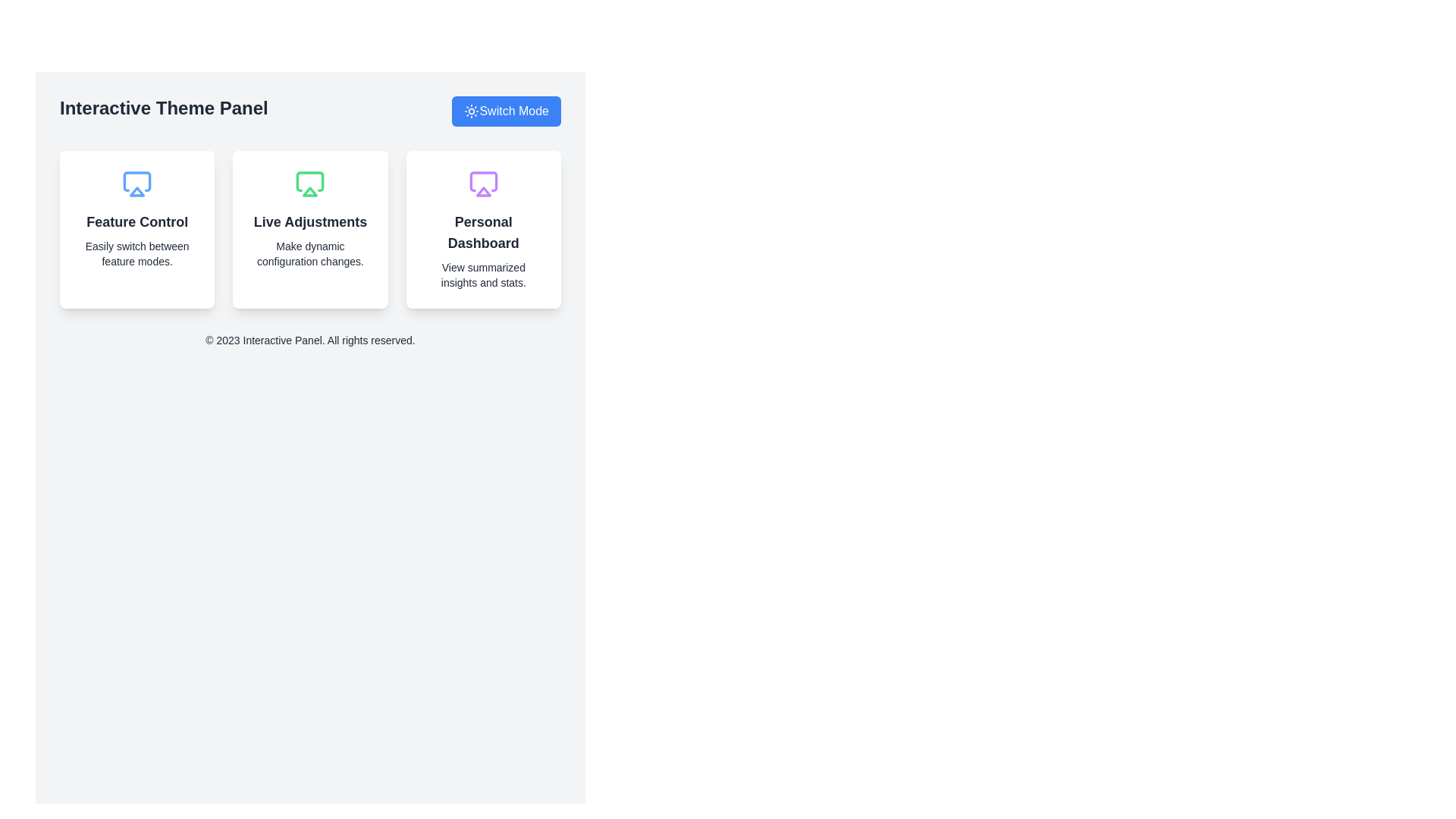 This screenshot has height=819, width=1456. I want to click on the static text element that serves as the title for the first card in a row of three cards, located near the top portion of the card below the icon, so click(137, 222).